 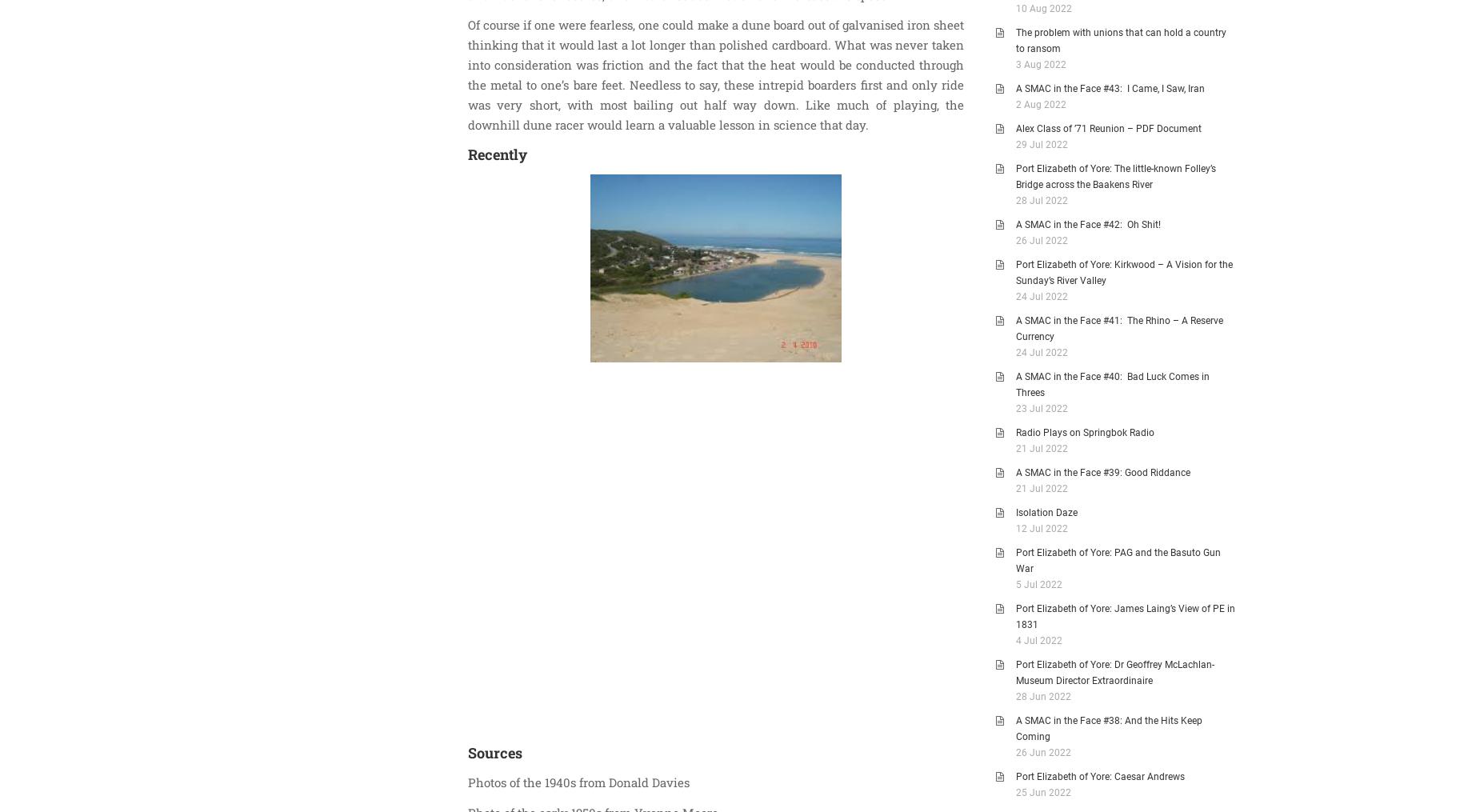 I want to click on 'Port Elizabeth of Yore: Caesar Andrews', so click(x=1099, y=777).